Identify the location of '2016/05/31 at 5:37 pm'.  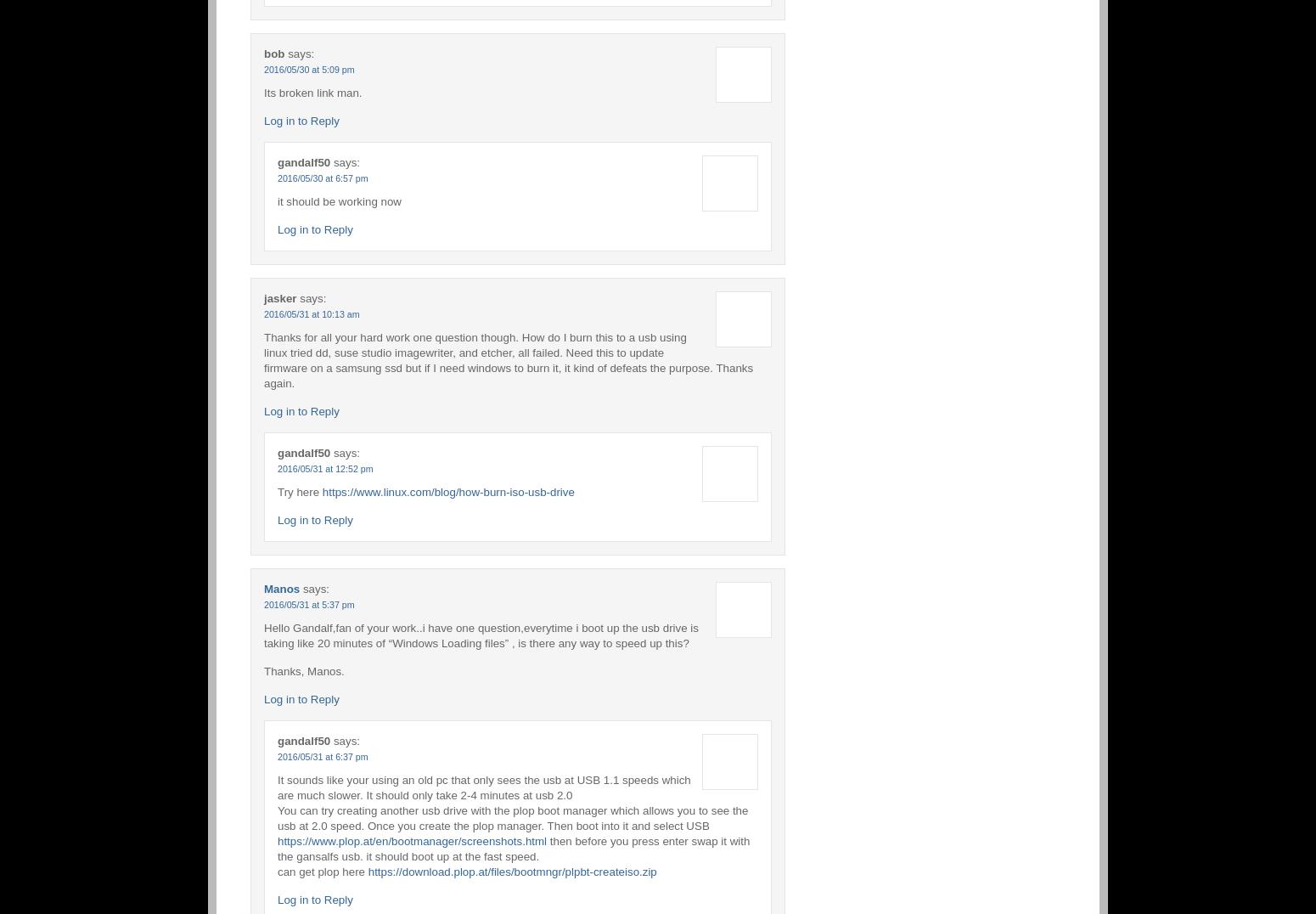
(307, 604).